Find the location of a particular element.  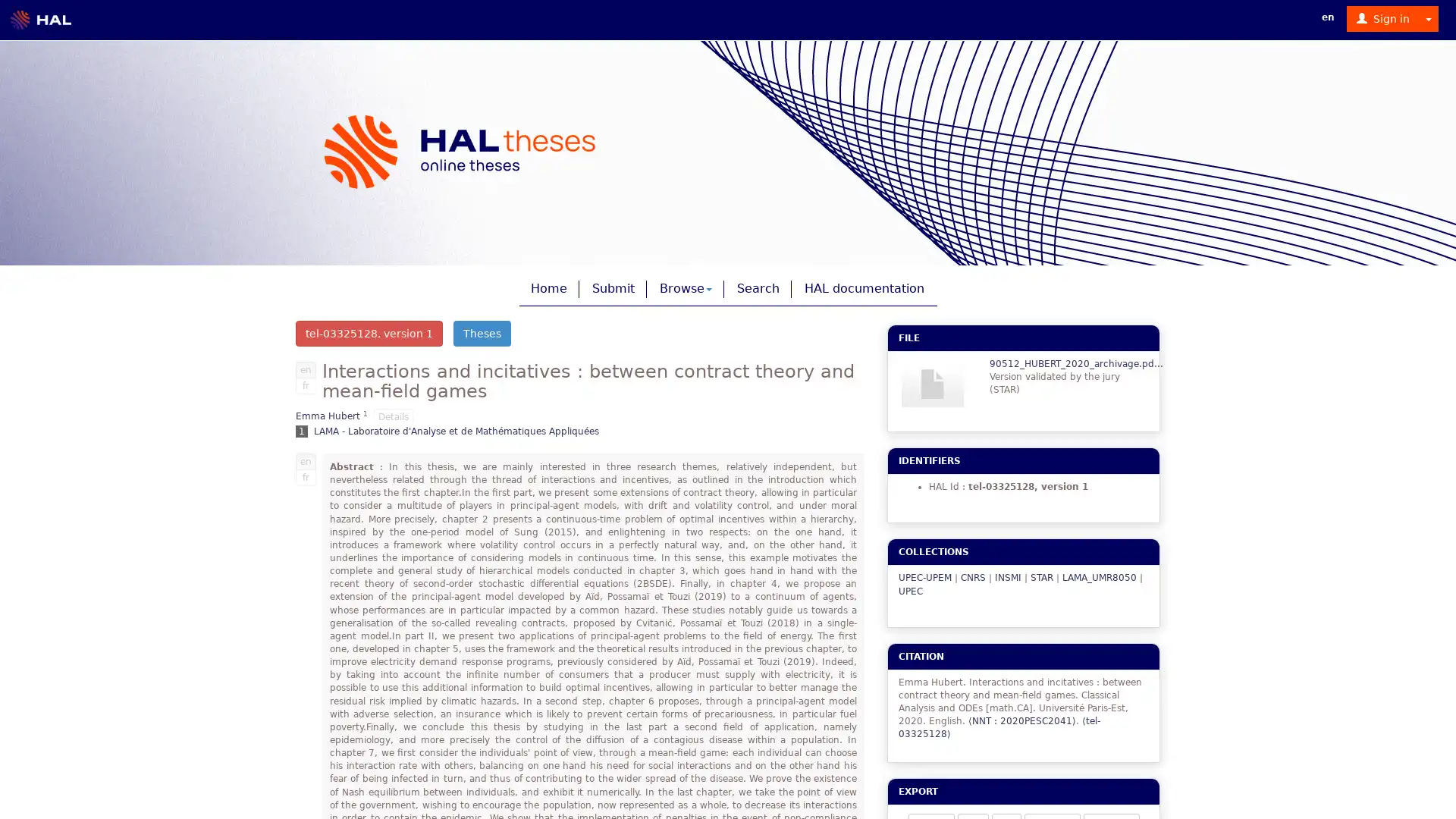

Details is located at coordinates (393, 416).